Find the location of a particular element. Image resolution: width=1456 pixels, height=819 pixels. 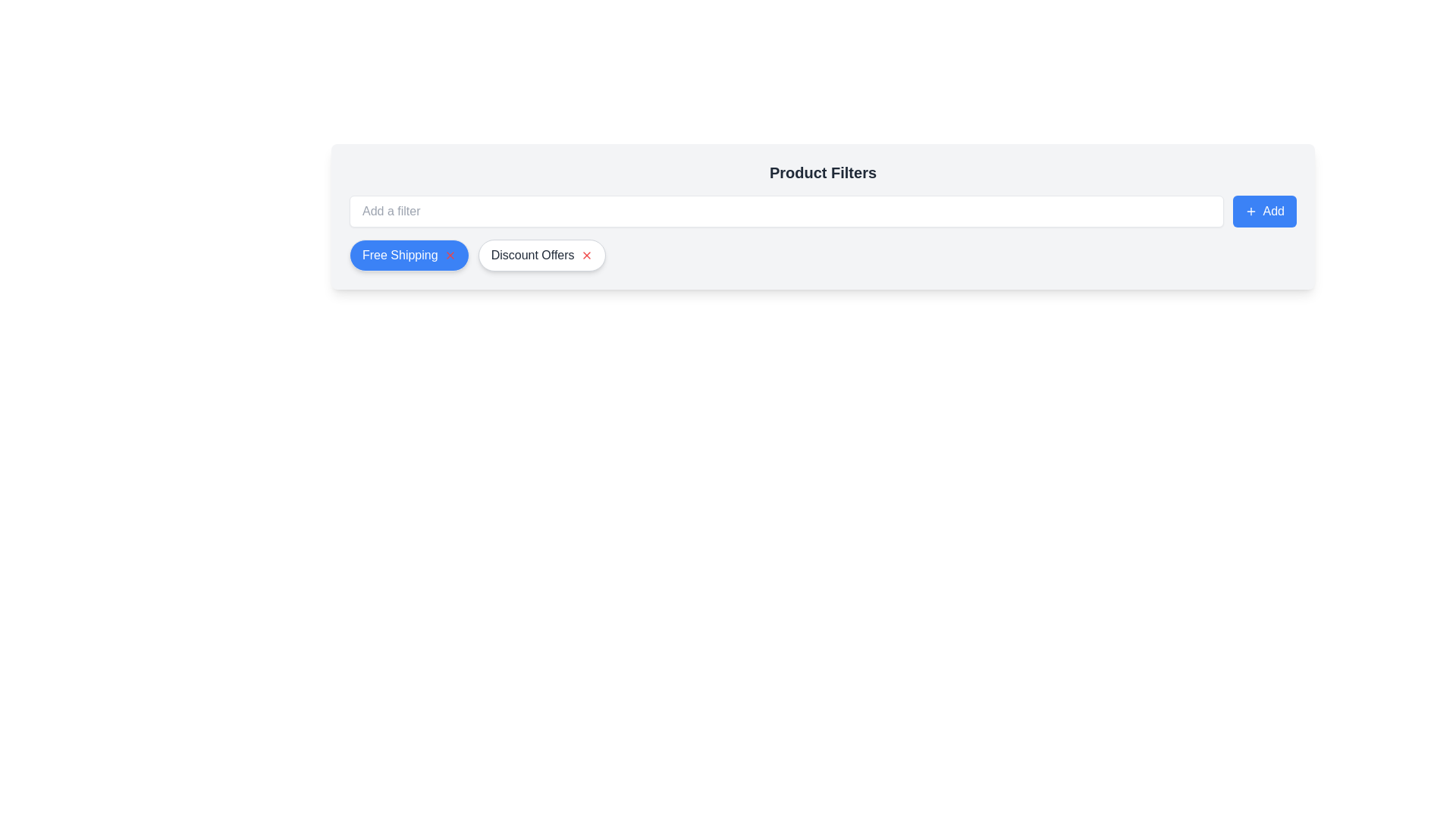

the close button located at the right end of the 'Free Shipping' button is located at coordinates (449, 254).